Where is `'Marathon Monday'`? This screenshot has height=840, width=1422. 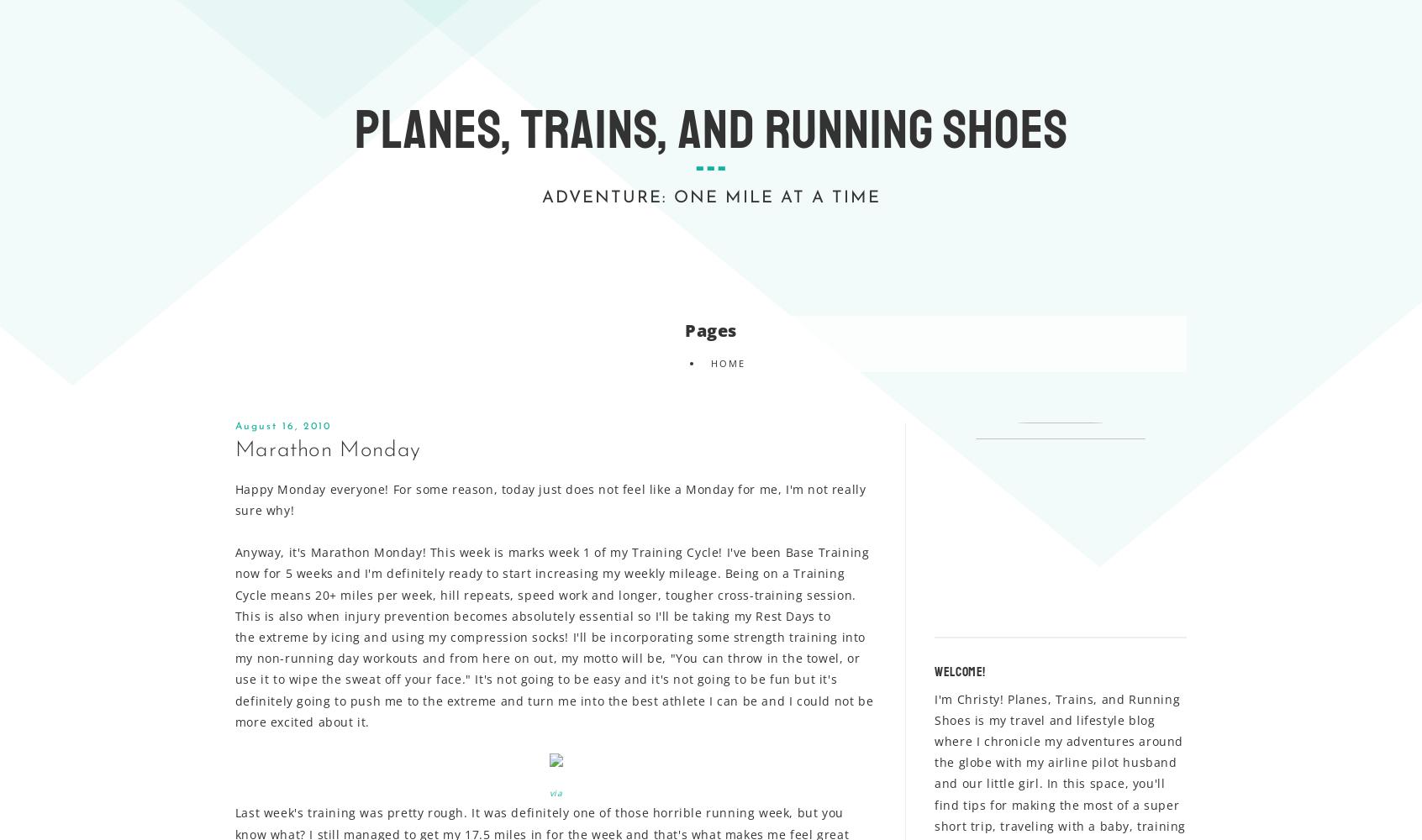 'Marathon Monday' is located at coordinates (327, 449).